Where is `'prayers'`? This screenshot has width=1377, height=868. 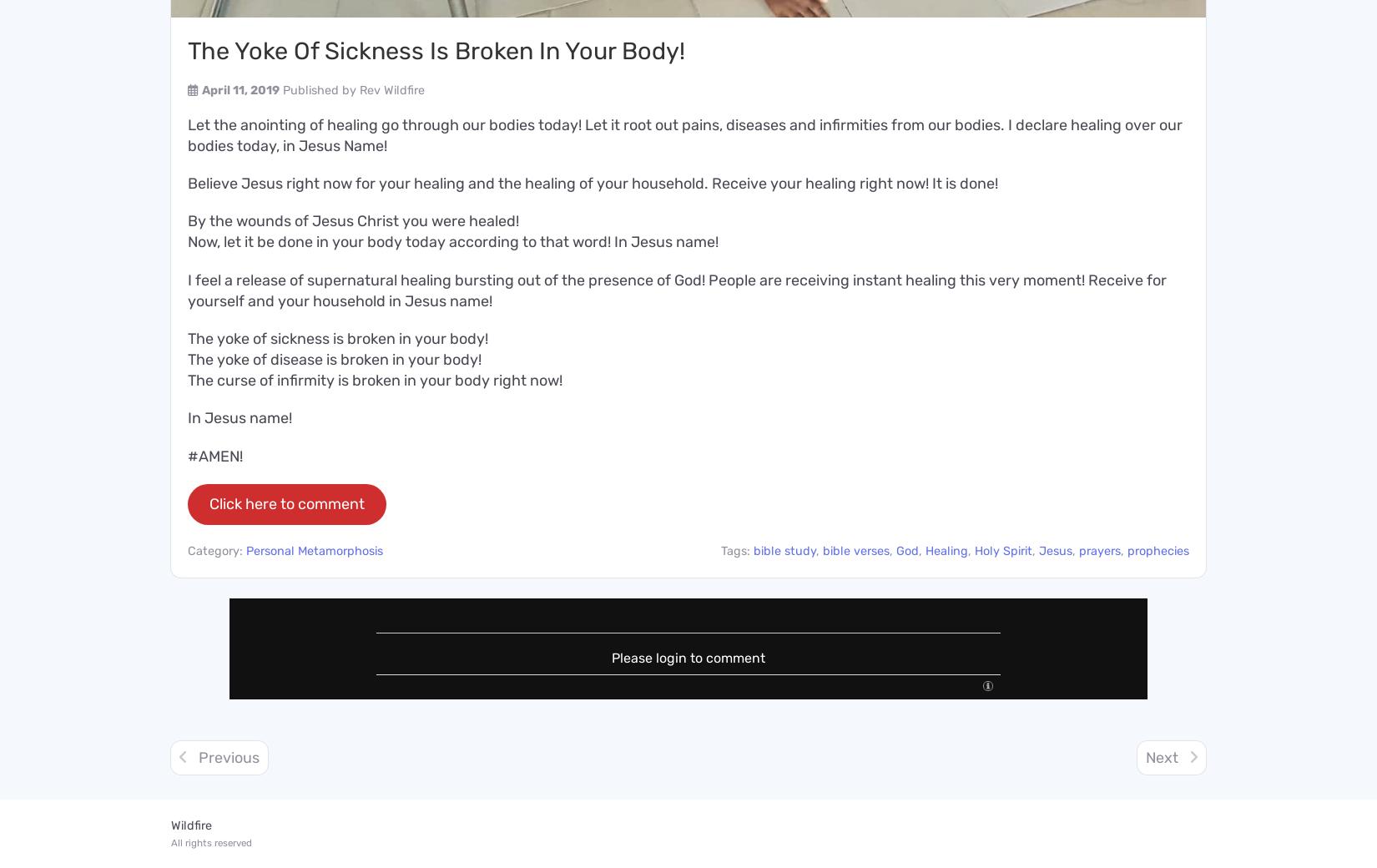
'prayers' is located at coordinates (1099, 550).